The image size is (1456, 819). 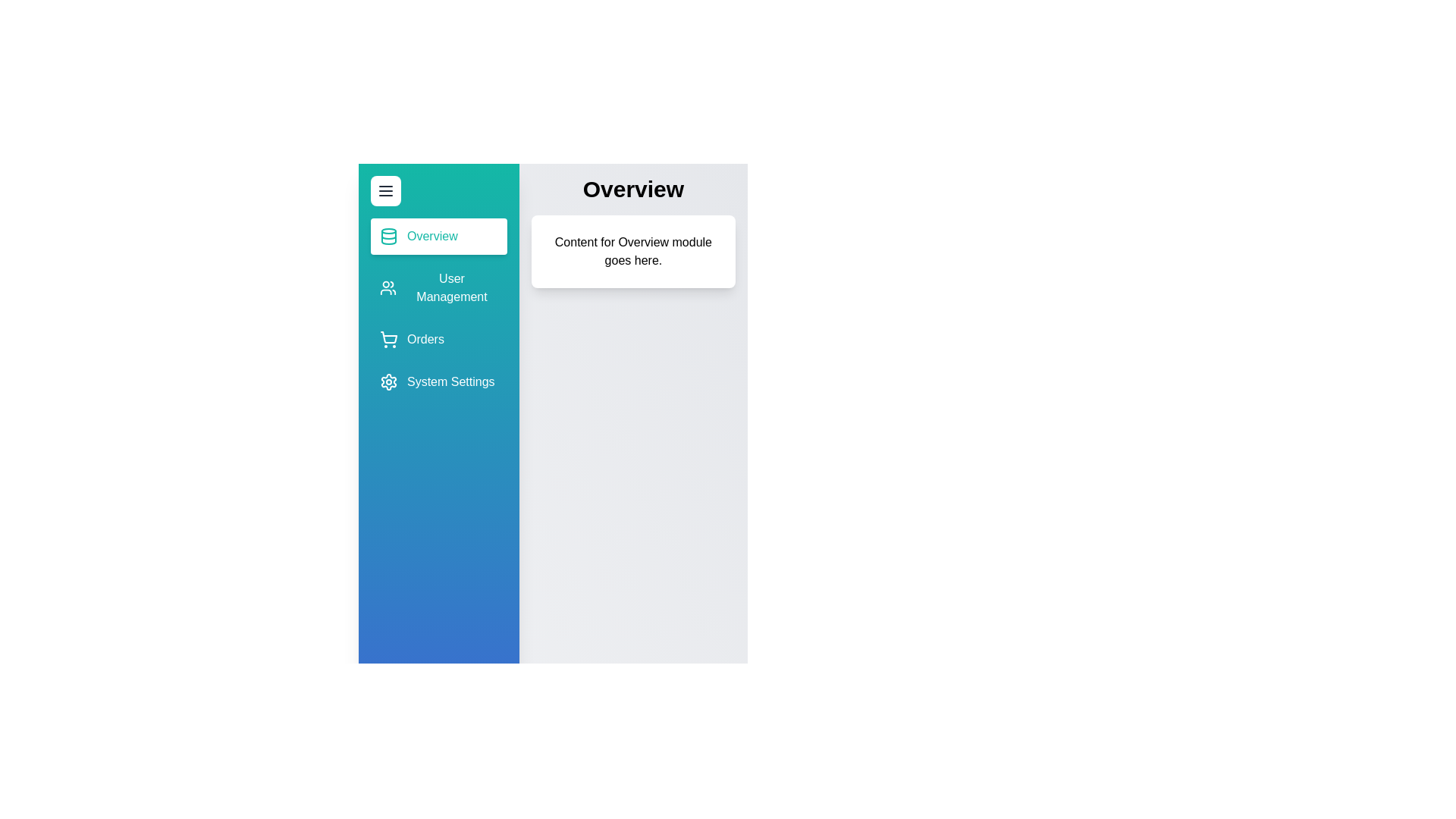 What do you see at coordinates (438, 381) in the screenshot?
I see `the module System Settings from the sidebar` at bounding box center [438, 381].